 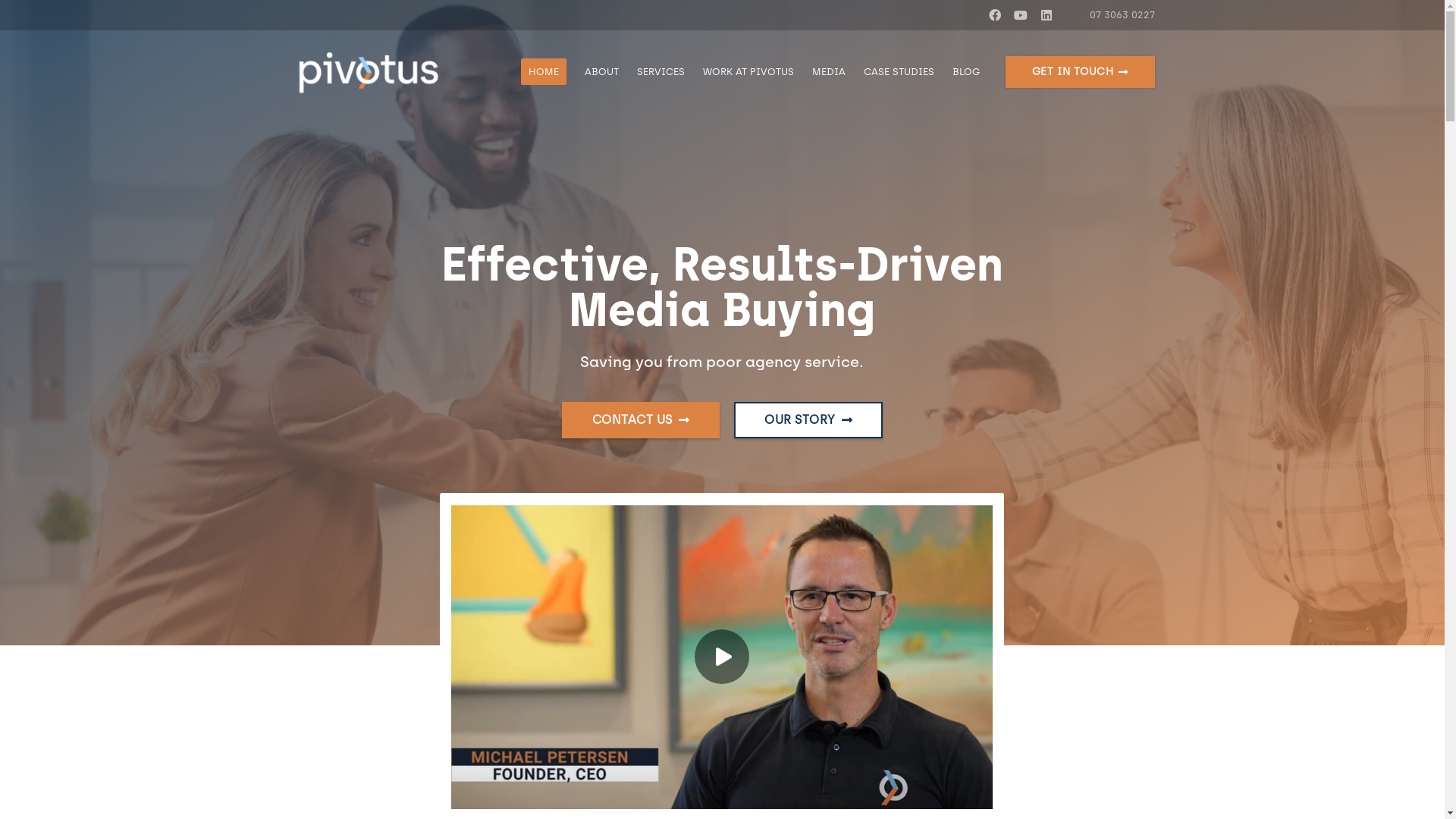 What do you see at coordinates (1079, 72) in the screenshot?
I see `'GET IN TOUCH'` at bounding box center [1079, 72].